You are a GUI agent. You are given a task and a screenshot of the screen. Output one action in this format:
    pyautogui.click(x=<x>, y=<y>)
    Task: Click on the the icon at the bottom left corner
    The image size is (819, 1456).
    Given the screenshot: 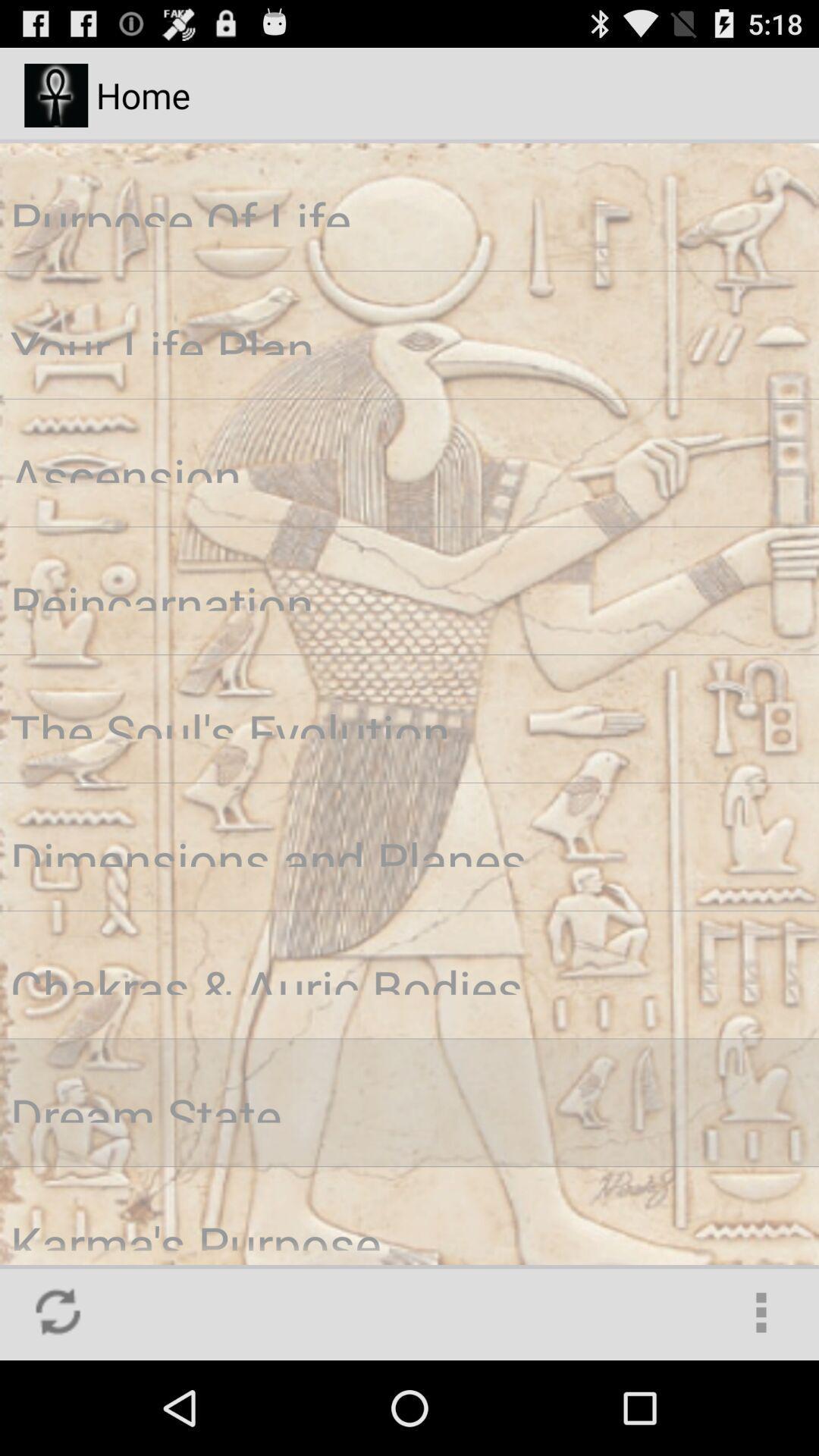 What is the action you would take?
    pyautogui.click(x=57, y=1312)
    